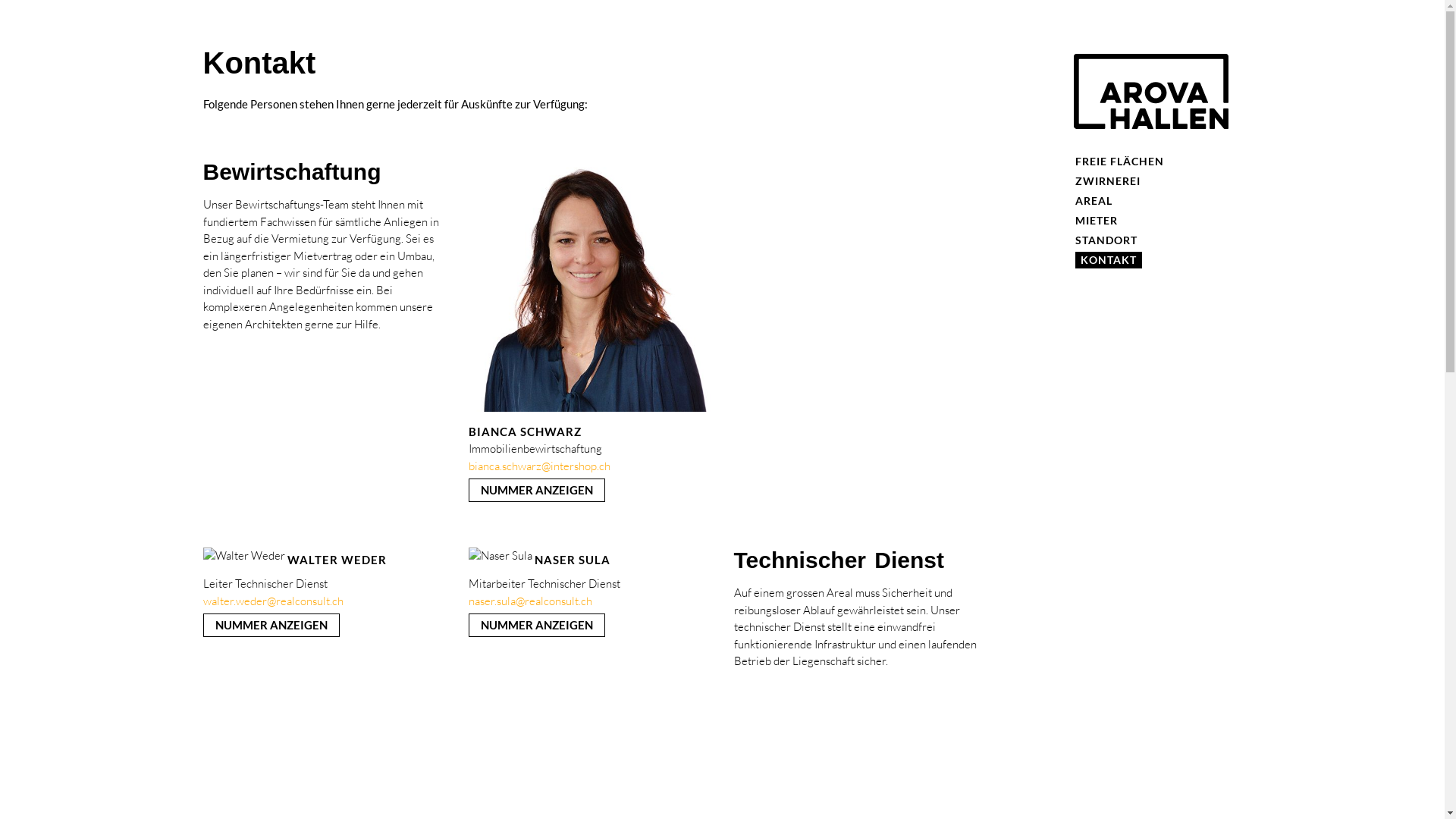 This screenshot has width=1456, height=819. I want to click on 'ZWIRNEREI', so click(1107, 180).